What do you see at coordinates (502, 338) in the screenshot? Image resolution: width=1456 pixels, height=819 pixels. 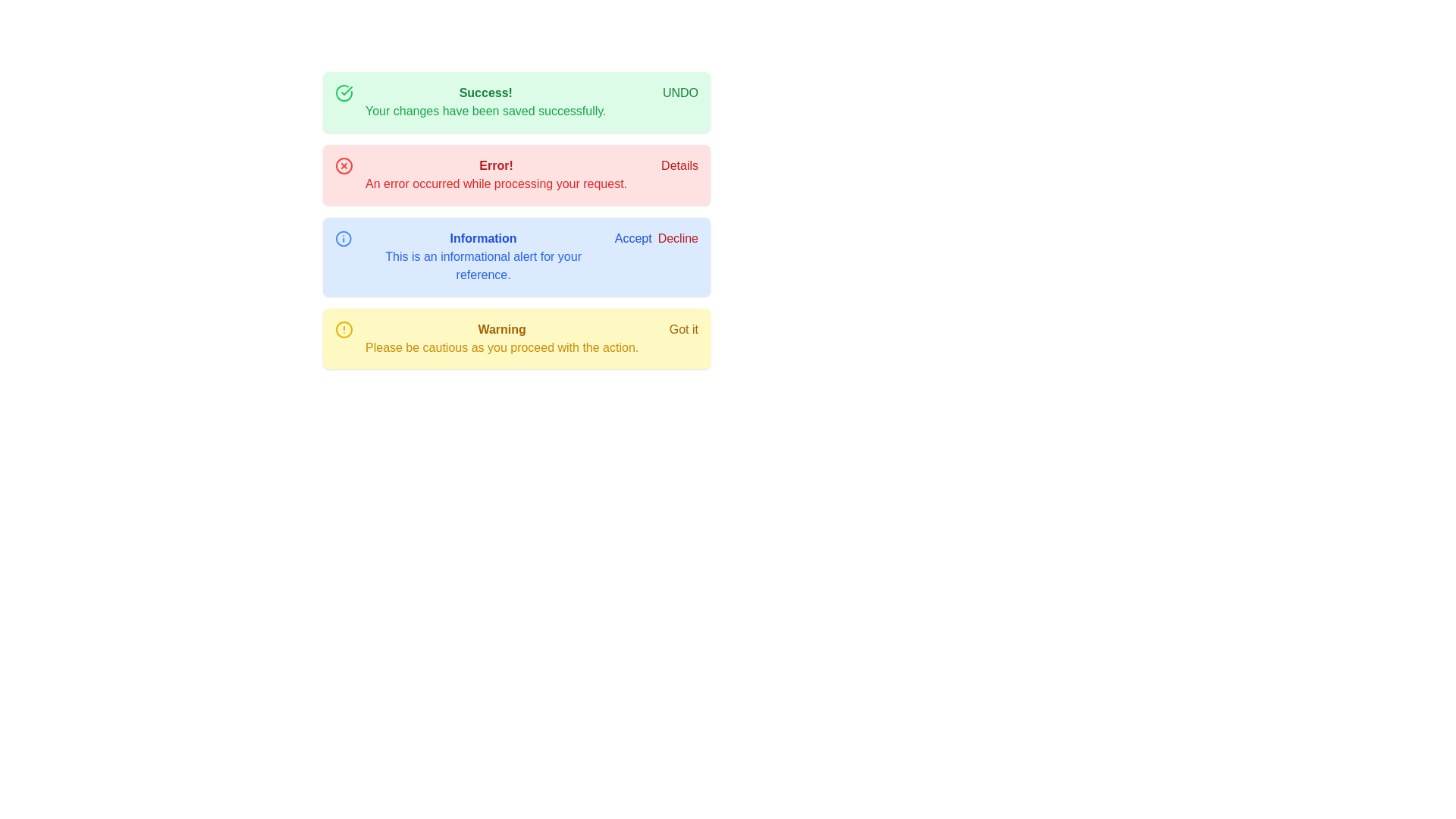 I see `the 'Warning' text block which displays a cautionary message in bold yellow text, located at the bottom of the alert messages stack` at bounding box center [502, 338].